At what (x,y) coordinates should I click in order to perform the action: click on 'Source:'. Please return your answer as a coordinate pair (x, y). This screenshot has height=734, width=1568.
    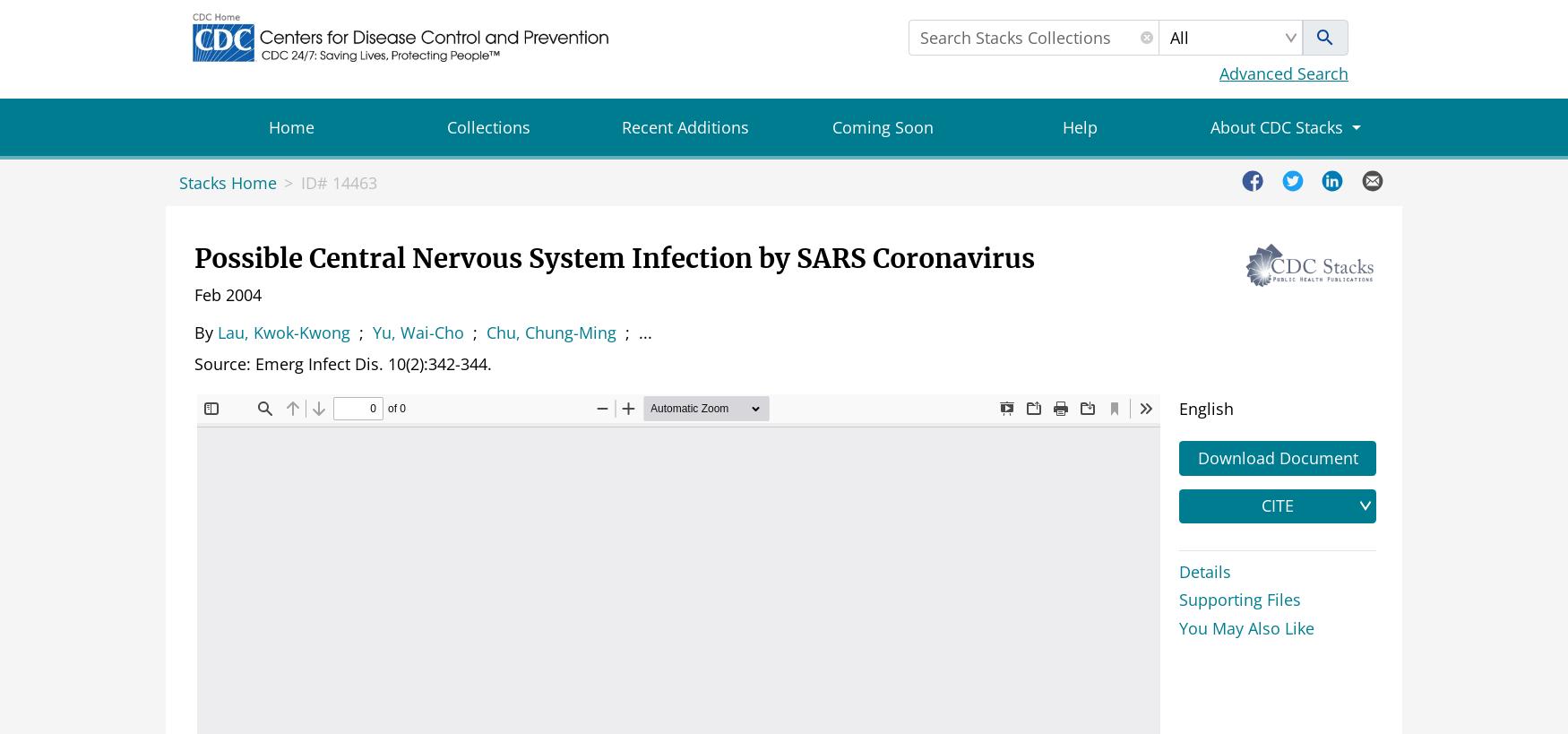
    Looking at the image, I should click on (224, 362).